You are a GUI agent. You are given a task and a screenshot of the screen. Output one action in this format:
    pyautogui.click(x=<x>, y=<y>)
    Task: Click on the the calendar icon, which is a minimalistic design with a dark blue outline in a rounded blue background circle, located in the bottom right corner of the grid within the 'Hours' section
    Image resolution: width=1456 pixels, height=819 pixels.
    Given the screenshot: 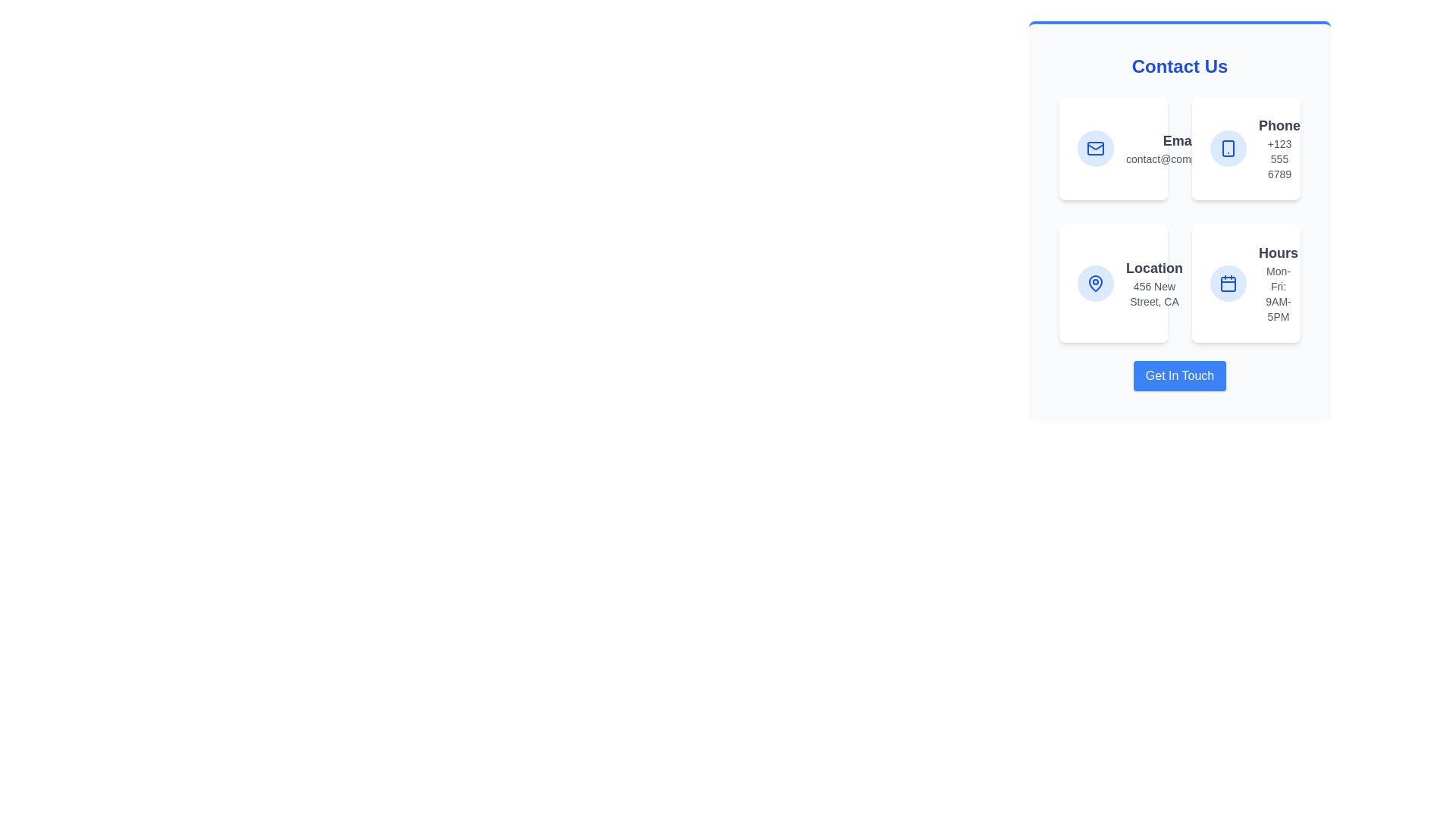 What is the action you would take?
    pyautogui.click(x=1228, y=284)
    